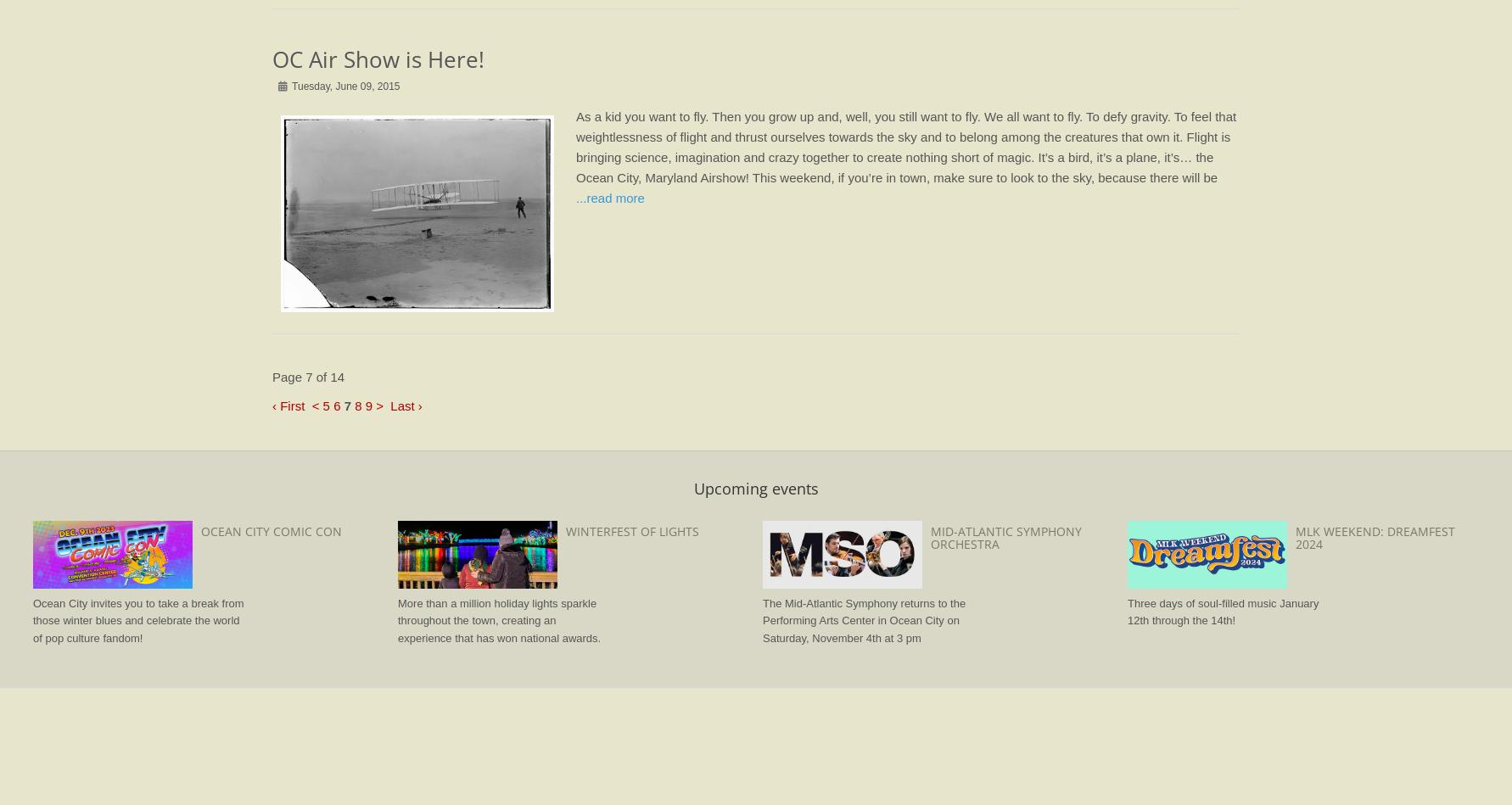 The width and height of the screenshot is (1512, 805). I want to click on '8', so click(357, 404).